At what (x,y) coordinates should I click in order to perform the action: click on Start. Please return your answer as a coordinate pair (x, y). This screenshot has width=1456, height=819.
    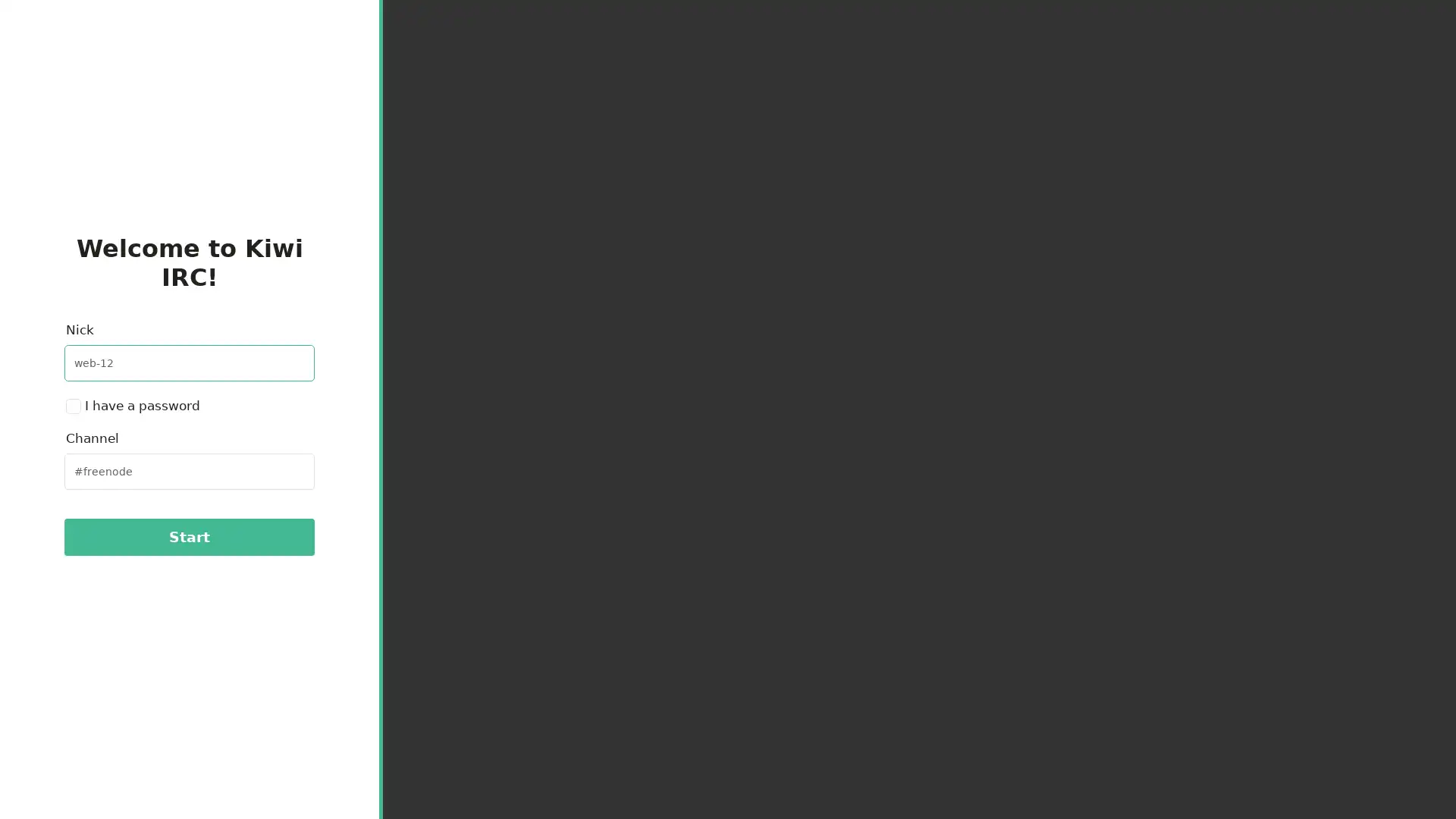
    Looking at the image, I should click on (188, 536).